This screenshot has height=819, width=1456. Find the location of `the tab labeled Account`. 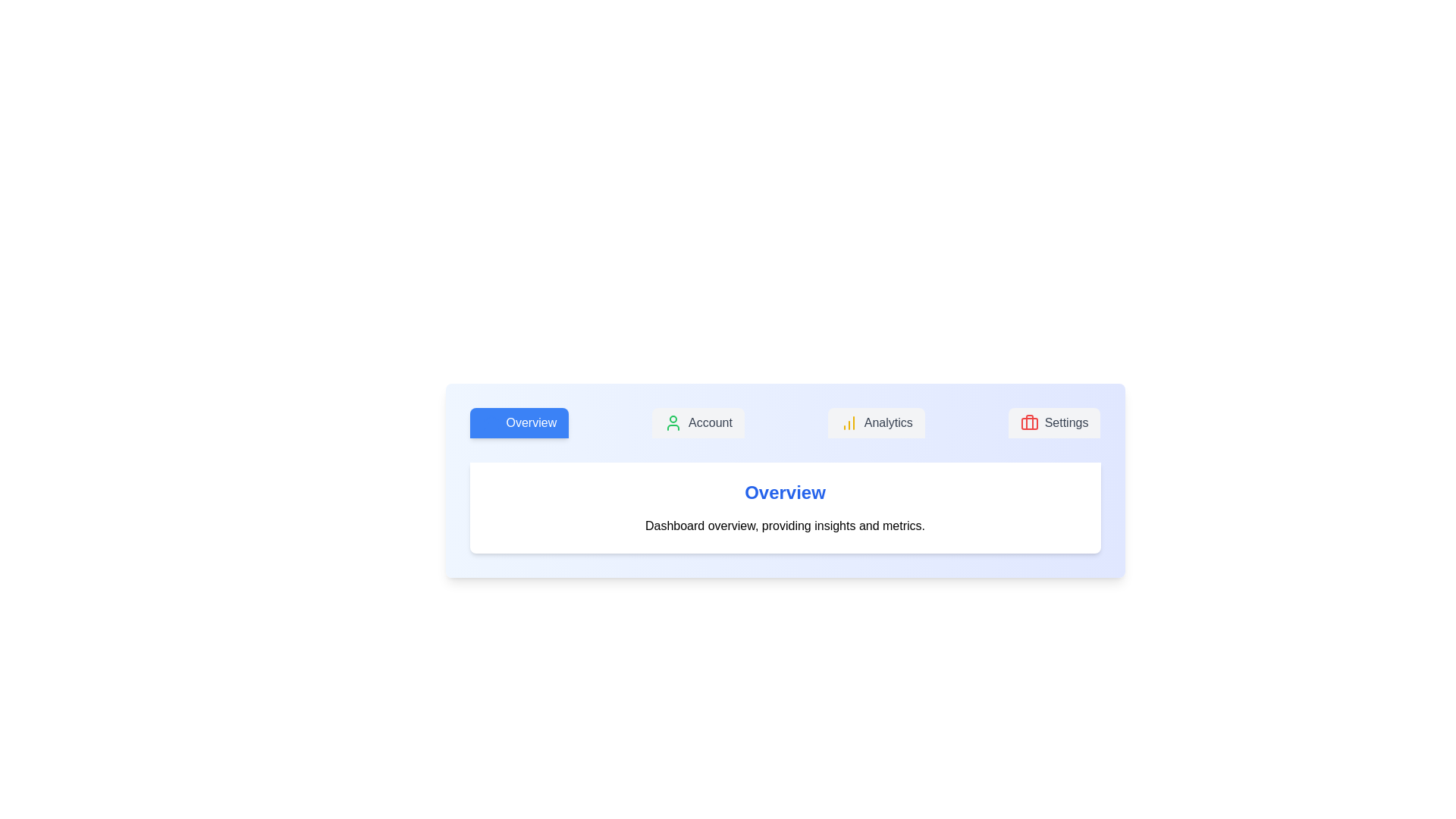

the tab labeled Account is located at coordinates (698, 423).